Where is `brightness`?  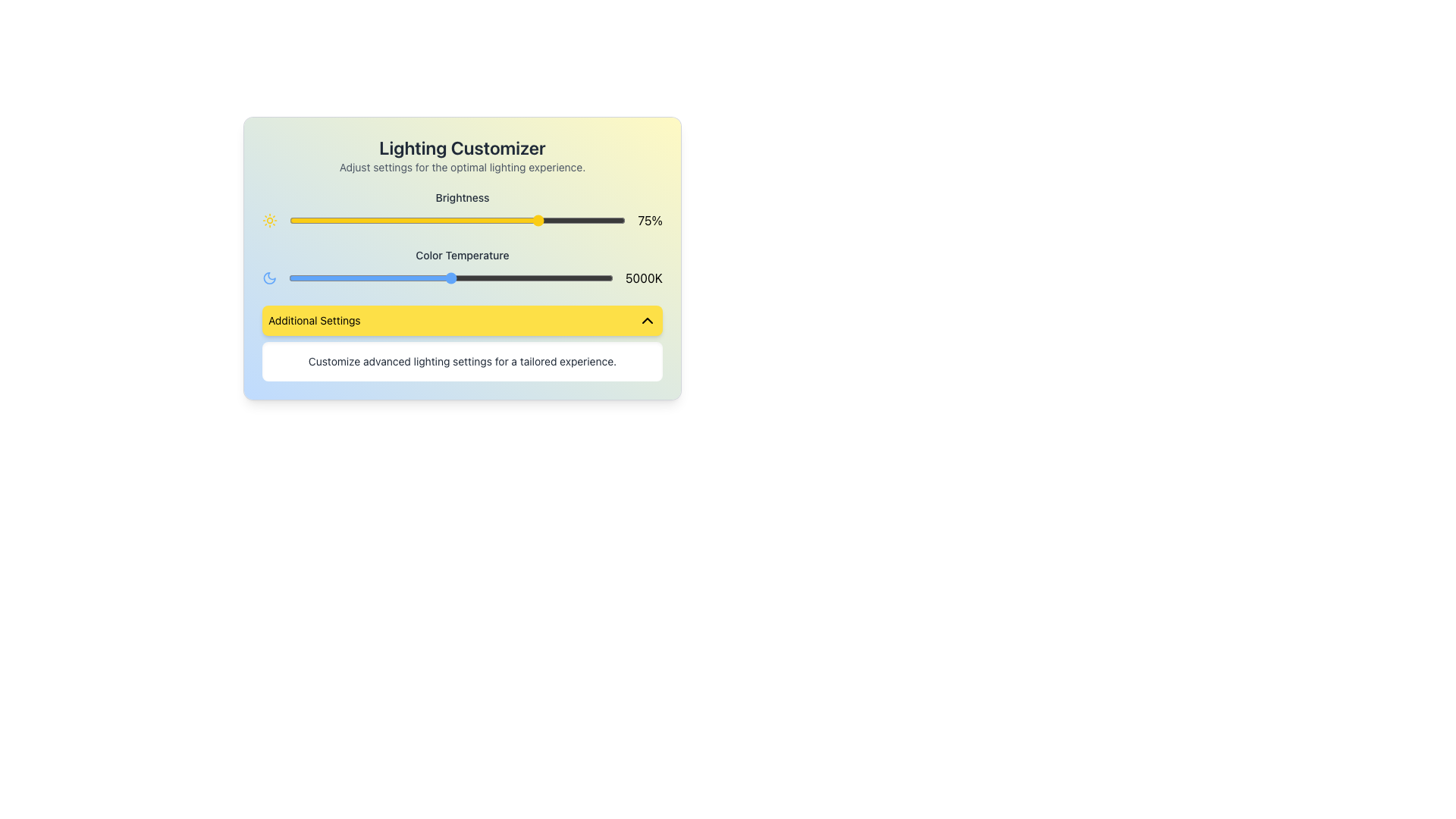 brightness is located at coordinates (346, 220).